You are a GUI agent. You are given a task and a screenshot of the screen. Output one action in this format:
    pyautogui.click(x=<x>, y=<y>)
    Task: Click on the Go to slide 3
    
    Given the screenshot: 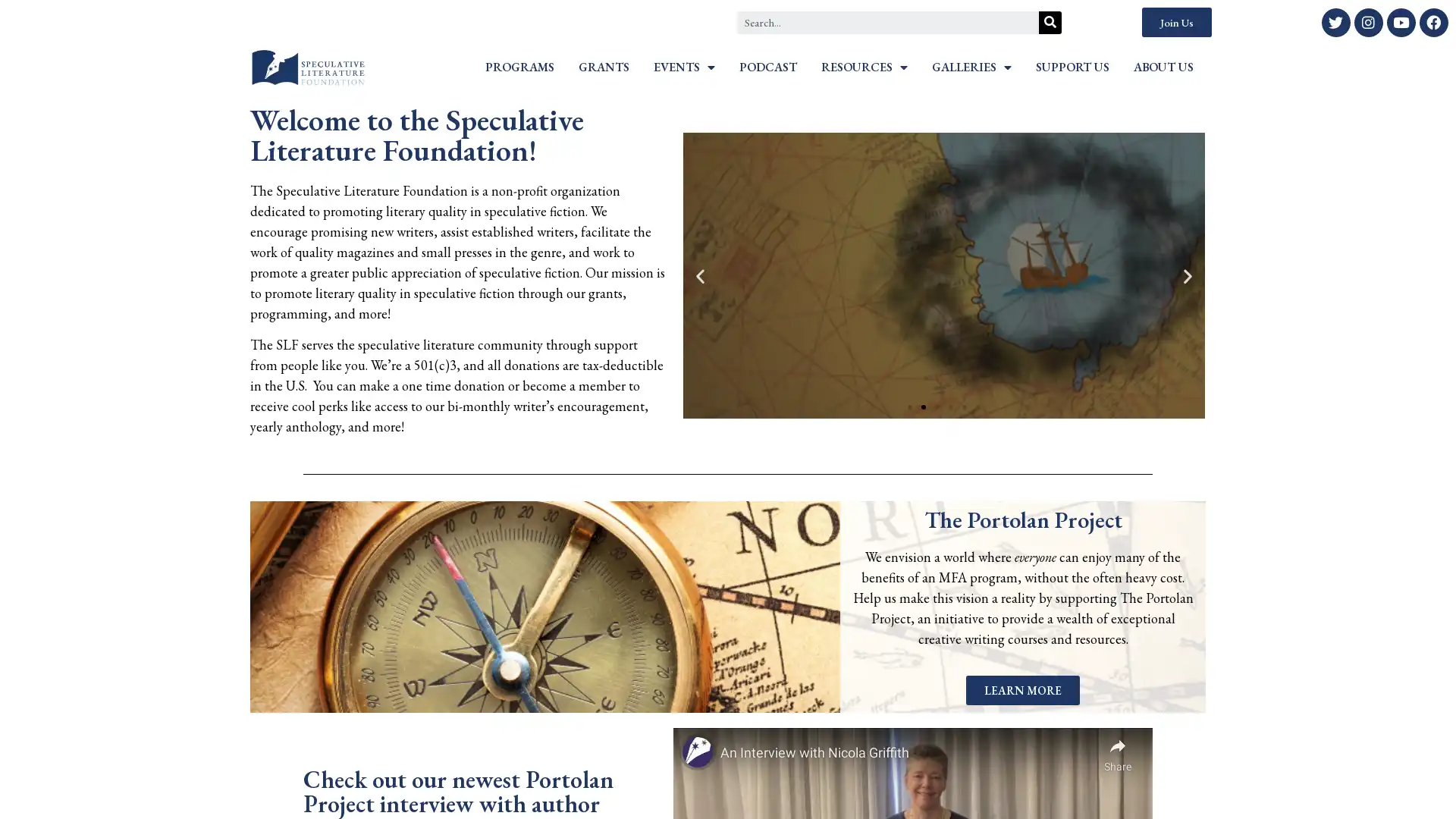 What is the action you would take?
    pyautogui.click(x=937, y=406)
    